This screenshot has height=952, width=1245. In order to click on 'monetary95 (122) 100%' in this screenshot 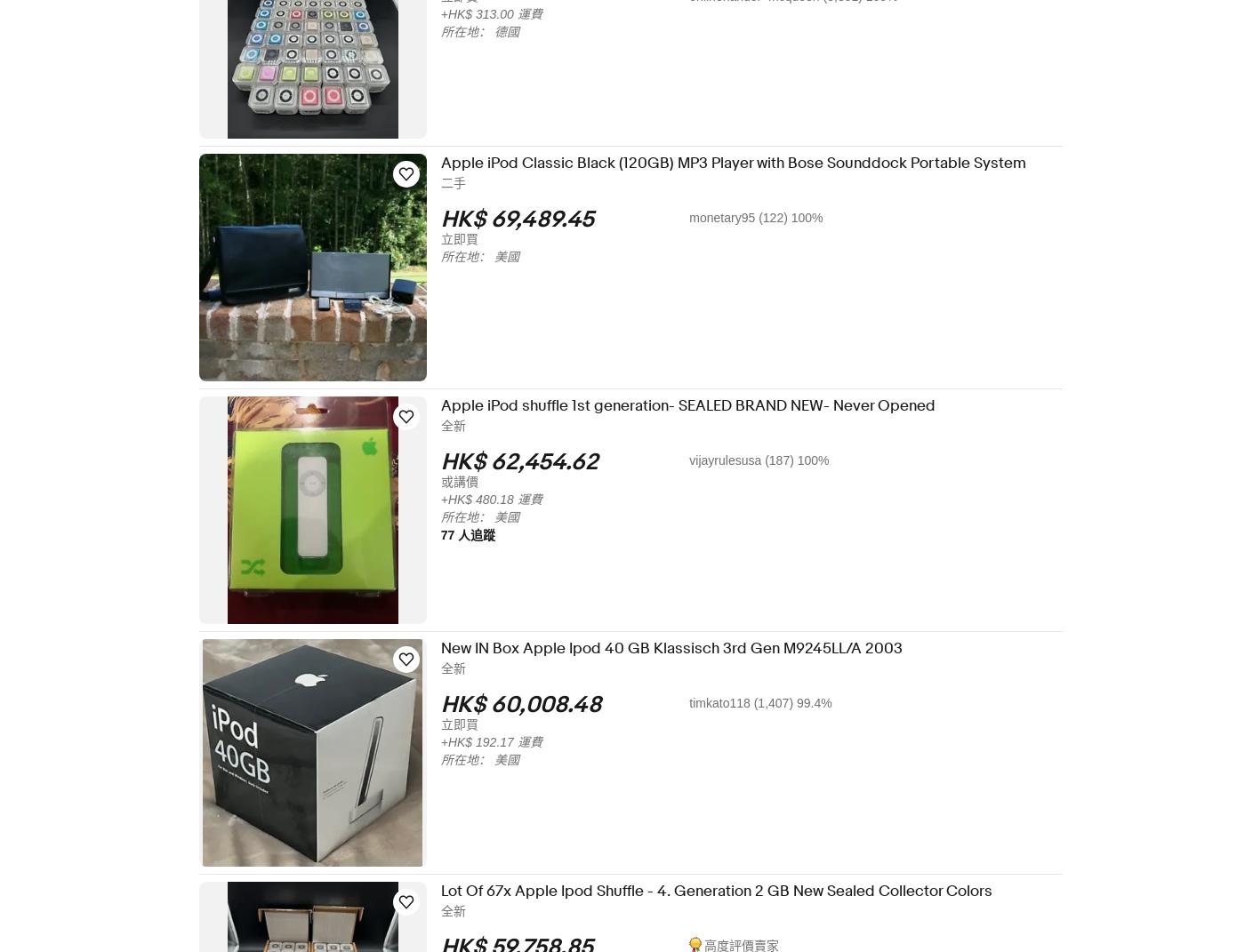, I will do `click(767, 218)`.